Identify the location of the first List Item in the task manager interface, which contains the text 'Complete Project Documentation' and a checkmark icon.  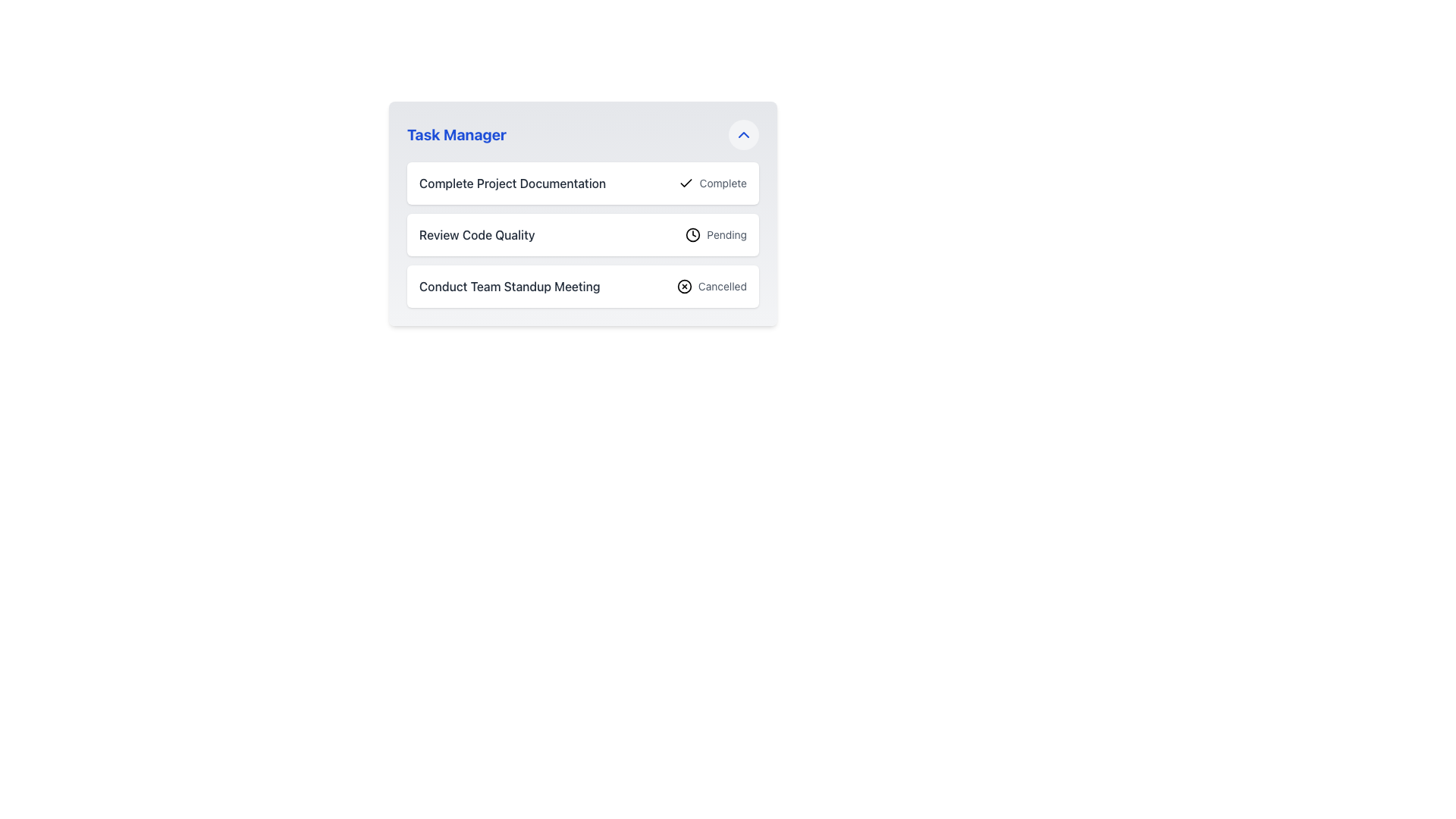
(582, 183).